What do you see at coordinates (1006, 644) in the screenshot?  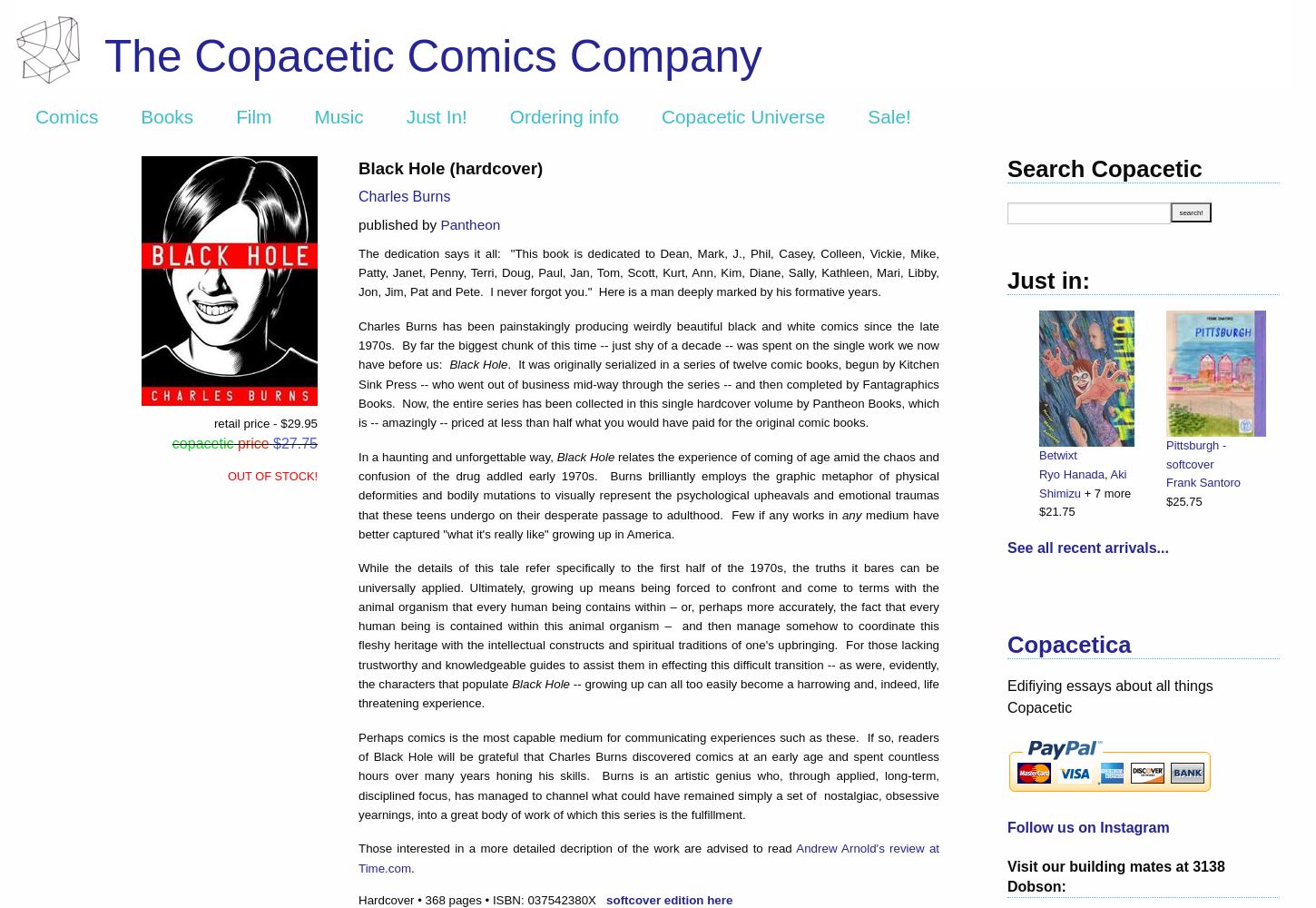 I see `'Copacetica'` at bounding box center [1006, 644].